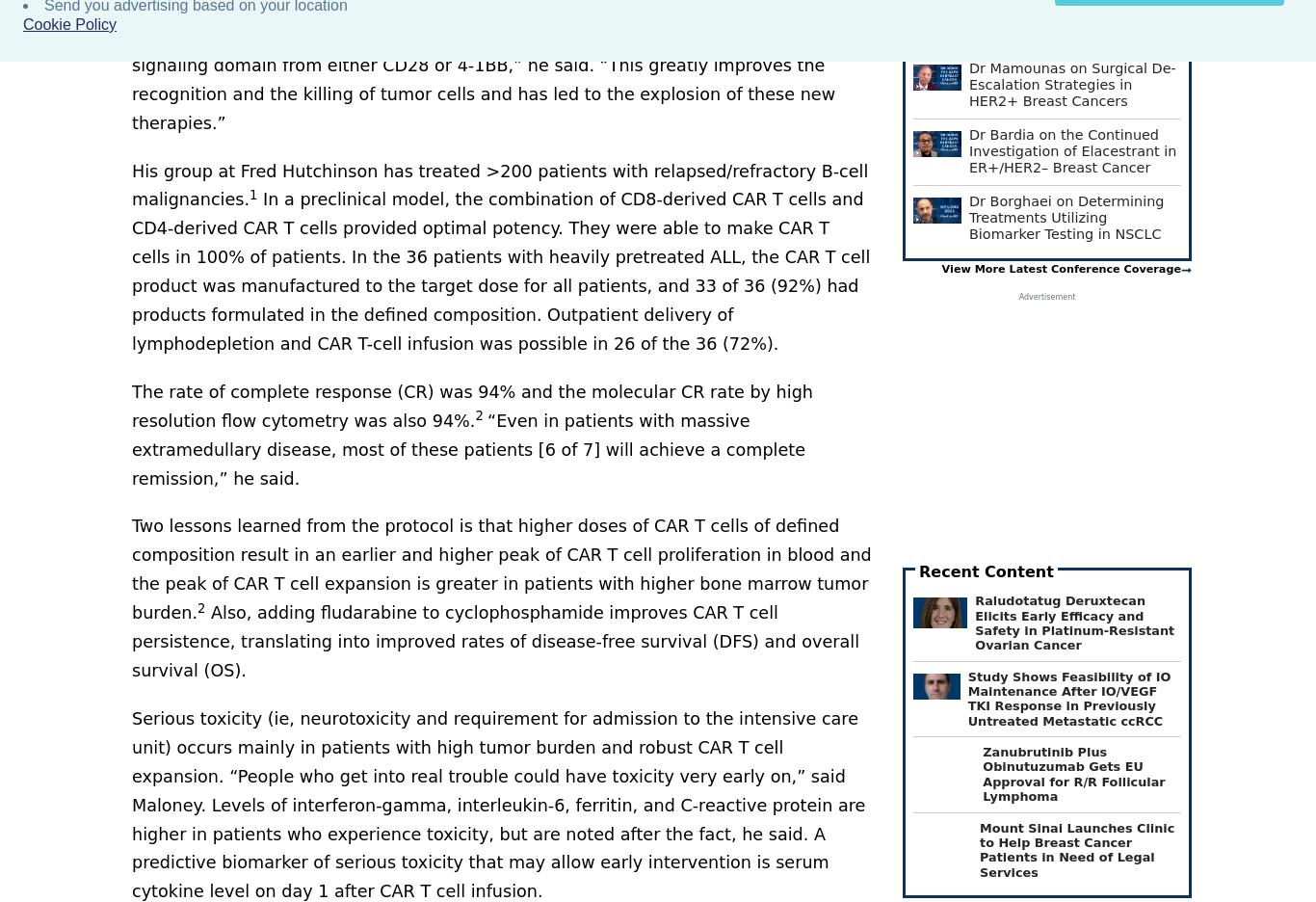  I want to click on 'Raludotatug Deruxtecan Elicits Early Efficacy and Safety in Platinum-Resistant Ovarian Cancer', so click(1073, 622).